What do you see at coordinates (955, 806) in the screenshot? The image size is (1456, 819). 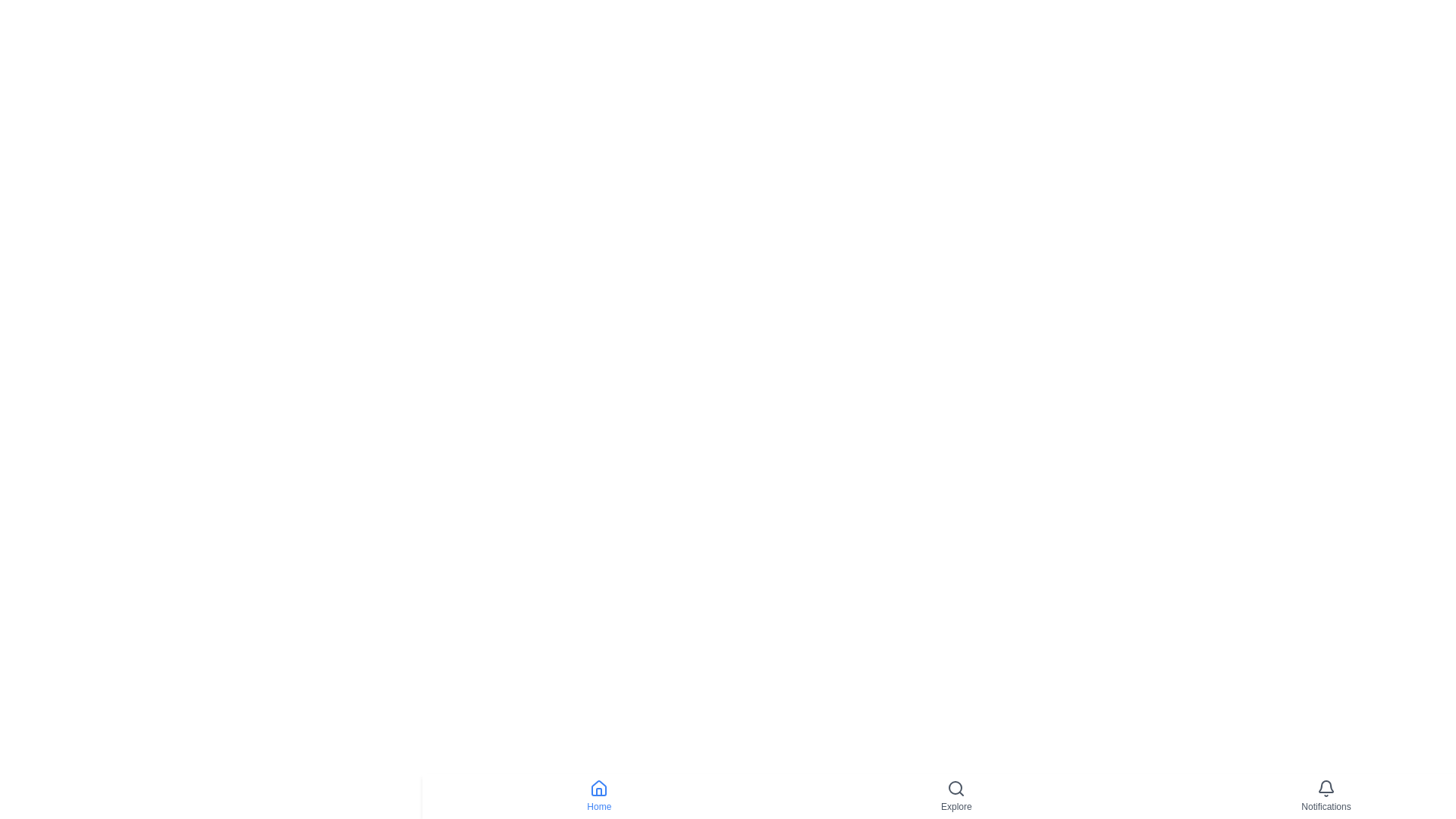 I see `the 'Explore' text label element, which is styled with small gray text and positioned below a magnifying glass icon in the navigation section` at bounding box center [955, 806].